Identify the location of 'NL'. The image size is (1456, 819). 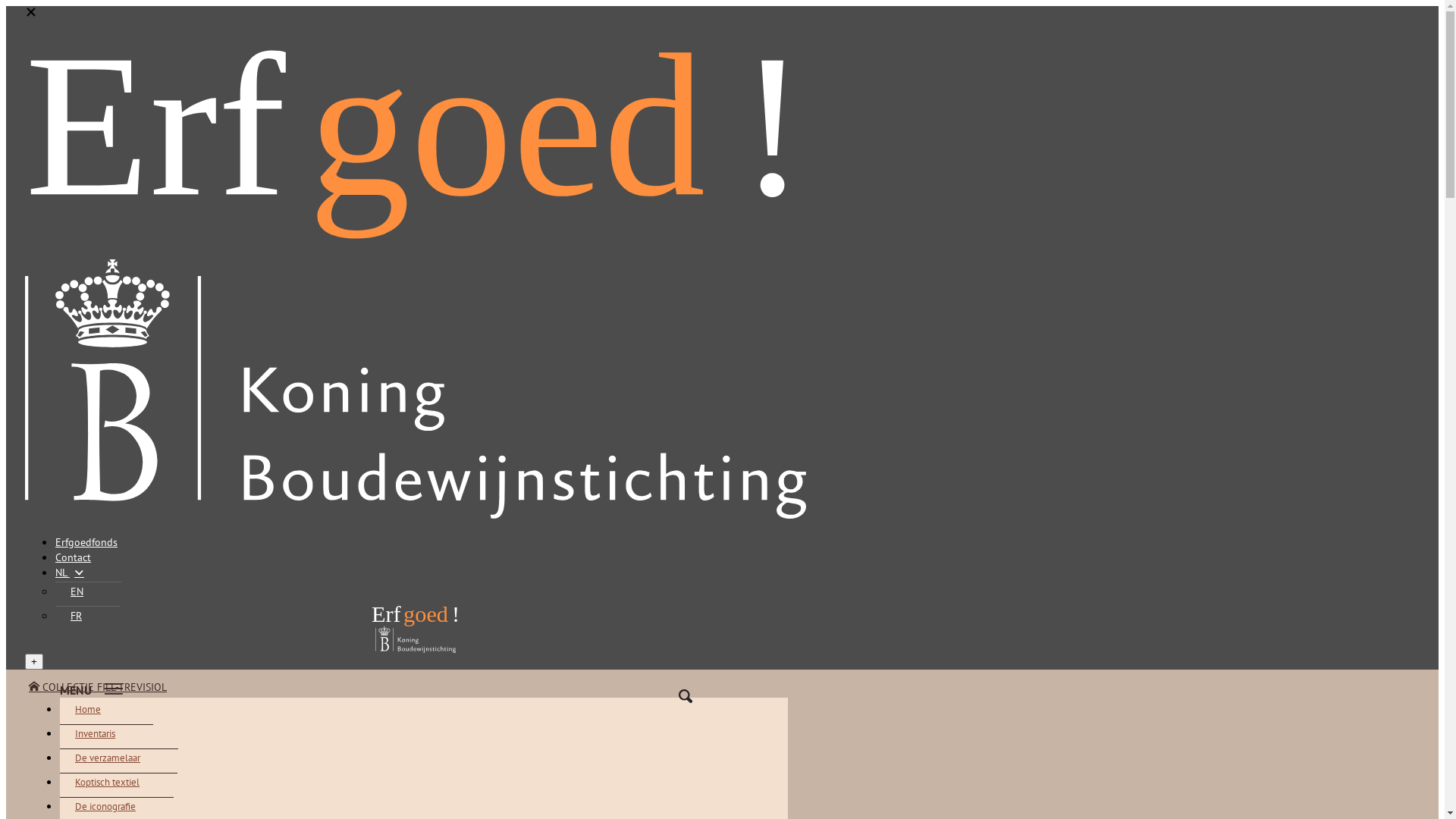
(55, 573).